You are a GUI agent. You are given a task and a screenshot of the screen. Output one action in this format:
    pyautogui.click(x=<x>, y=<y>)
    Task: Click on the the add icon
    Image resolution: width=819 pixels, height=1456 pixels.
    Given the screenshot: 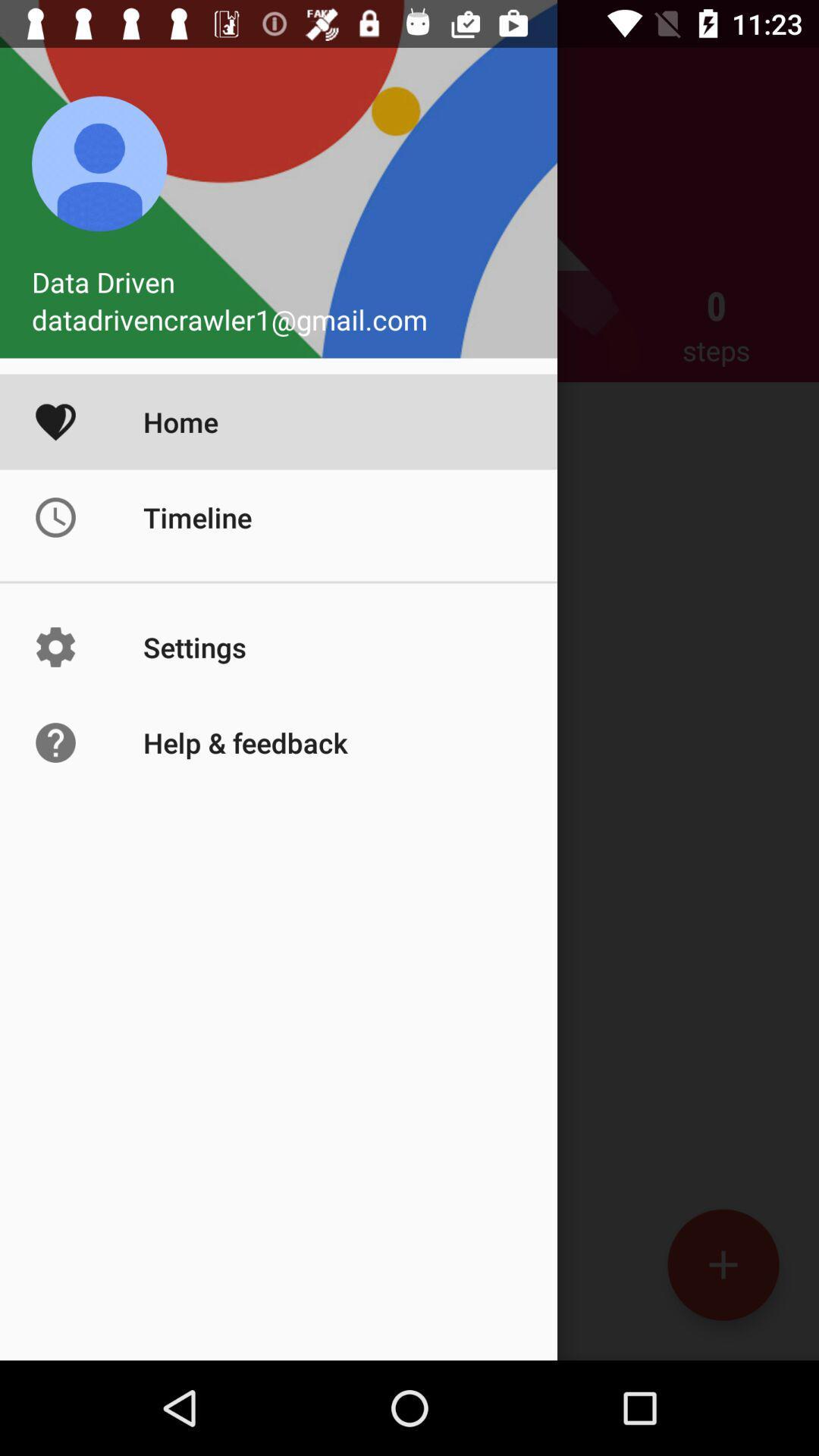 What is the action you would take?
    pyautogui.click(x=722, y=1264)
    